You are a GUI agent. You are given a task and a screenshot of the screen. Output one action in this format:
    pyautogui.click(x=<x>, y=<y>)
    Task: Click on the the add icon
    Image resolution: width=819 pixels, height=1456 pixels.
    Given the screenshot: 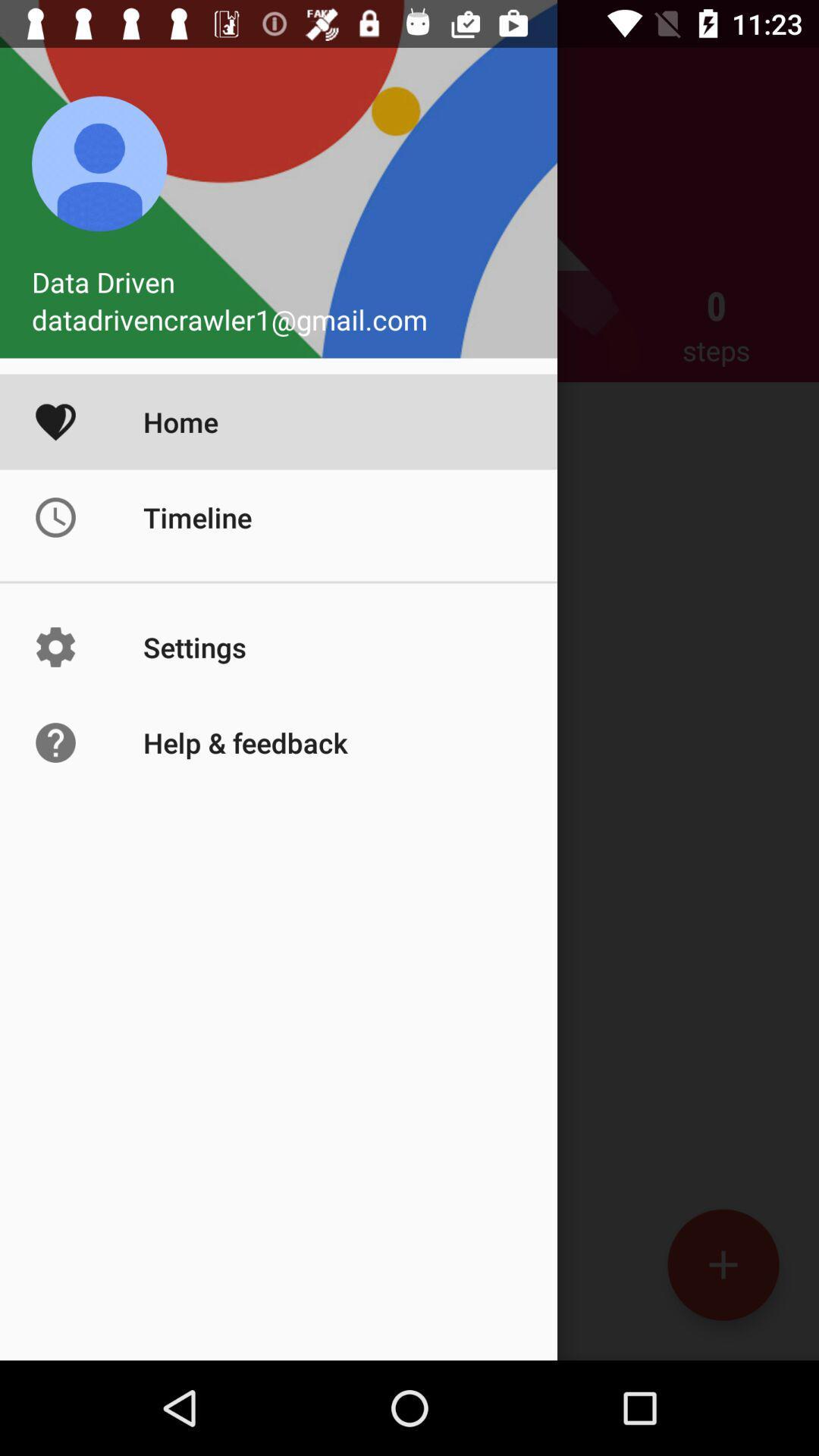 What is the action you would take?
    pyautogui.click(x=722, y=1264)
    